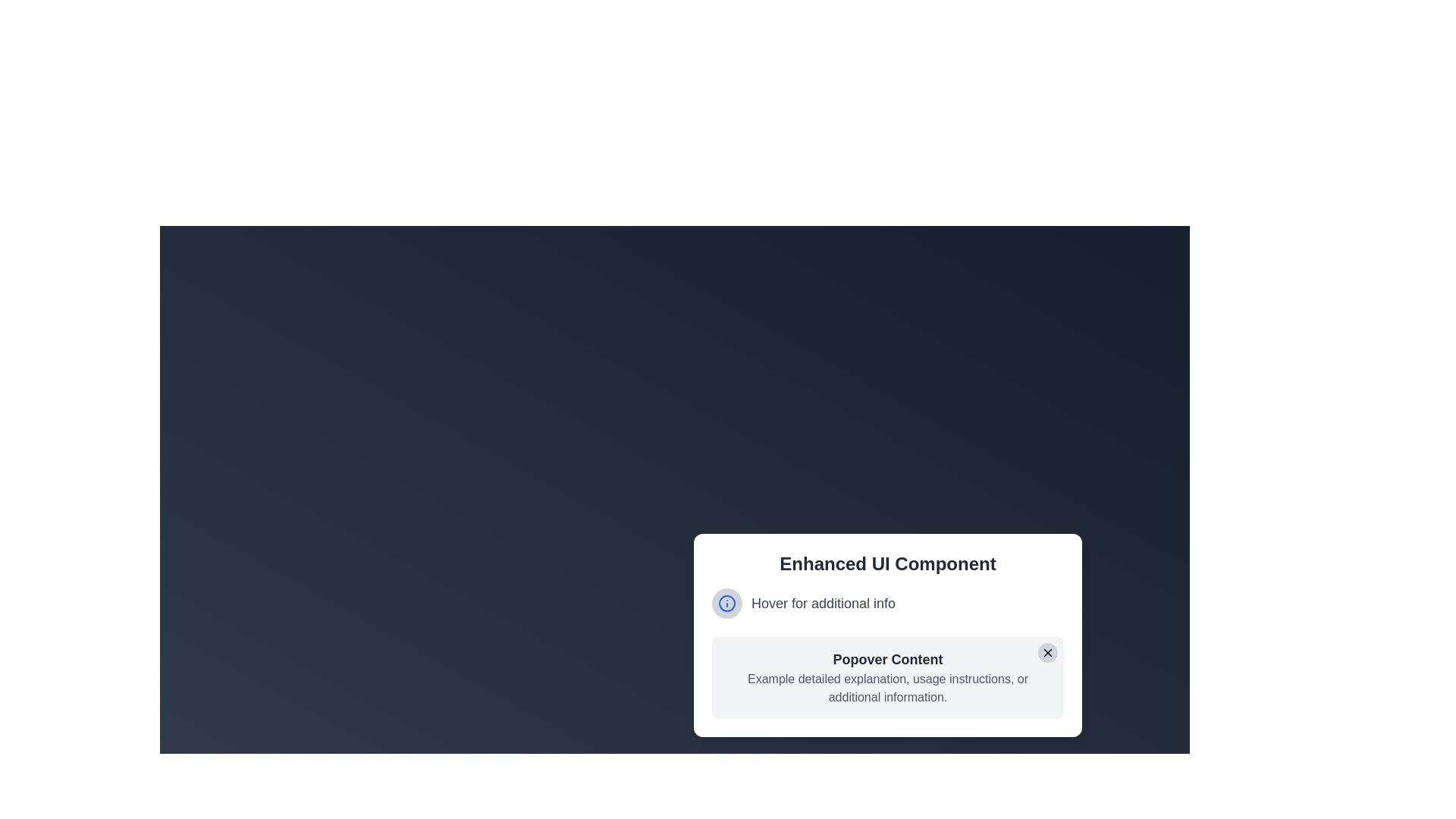 This screenshot has height=819, width=1456. I want to click on the small 'X' icon within the circular grey button in the top-right corner of the popover box, so click(1047, 651).